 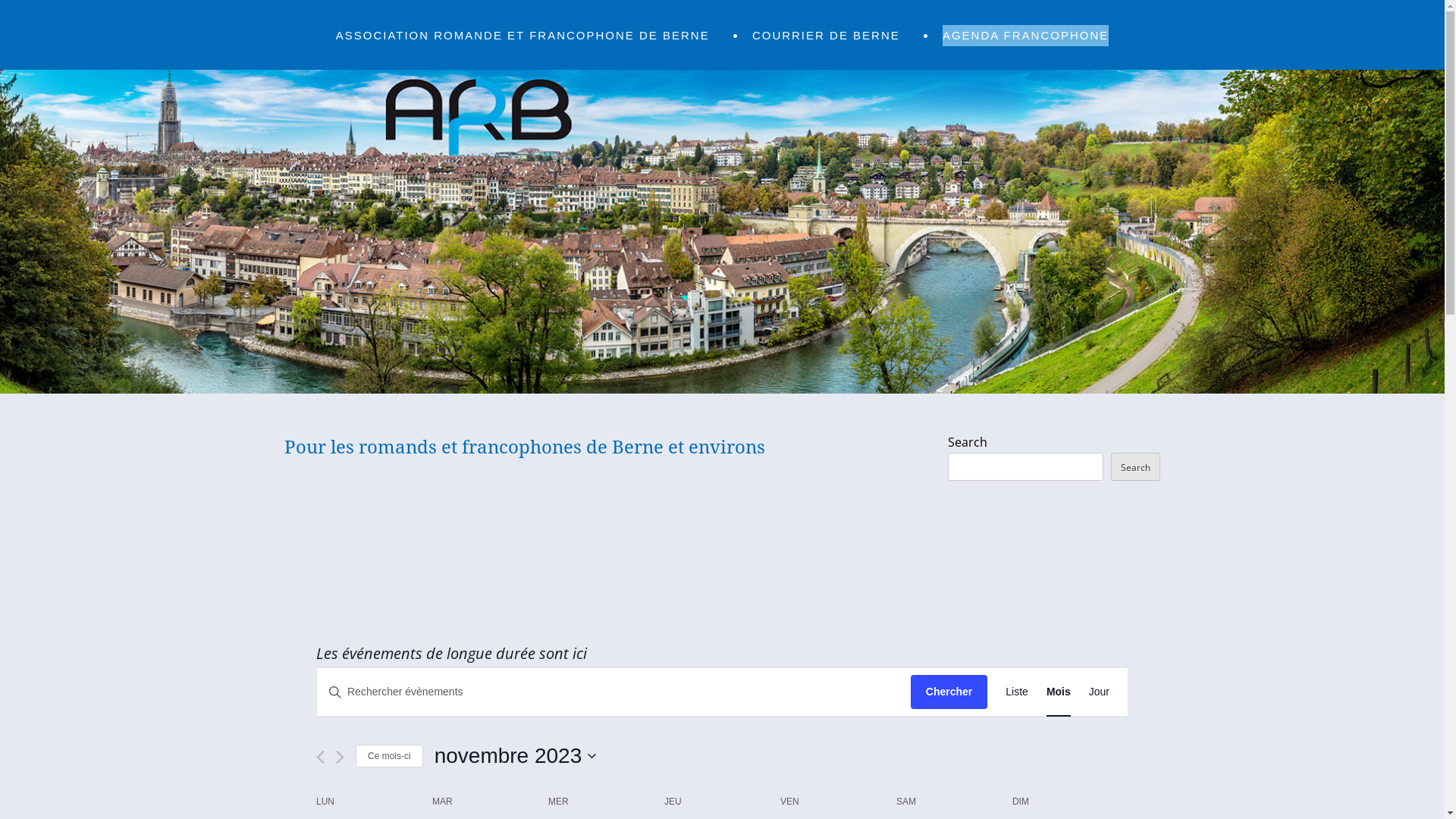 What do you see at coordinates (1046, 692) in the screenshot?
I see `'Mois'` at bounding box center [1046, 692].